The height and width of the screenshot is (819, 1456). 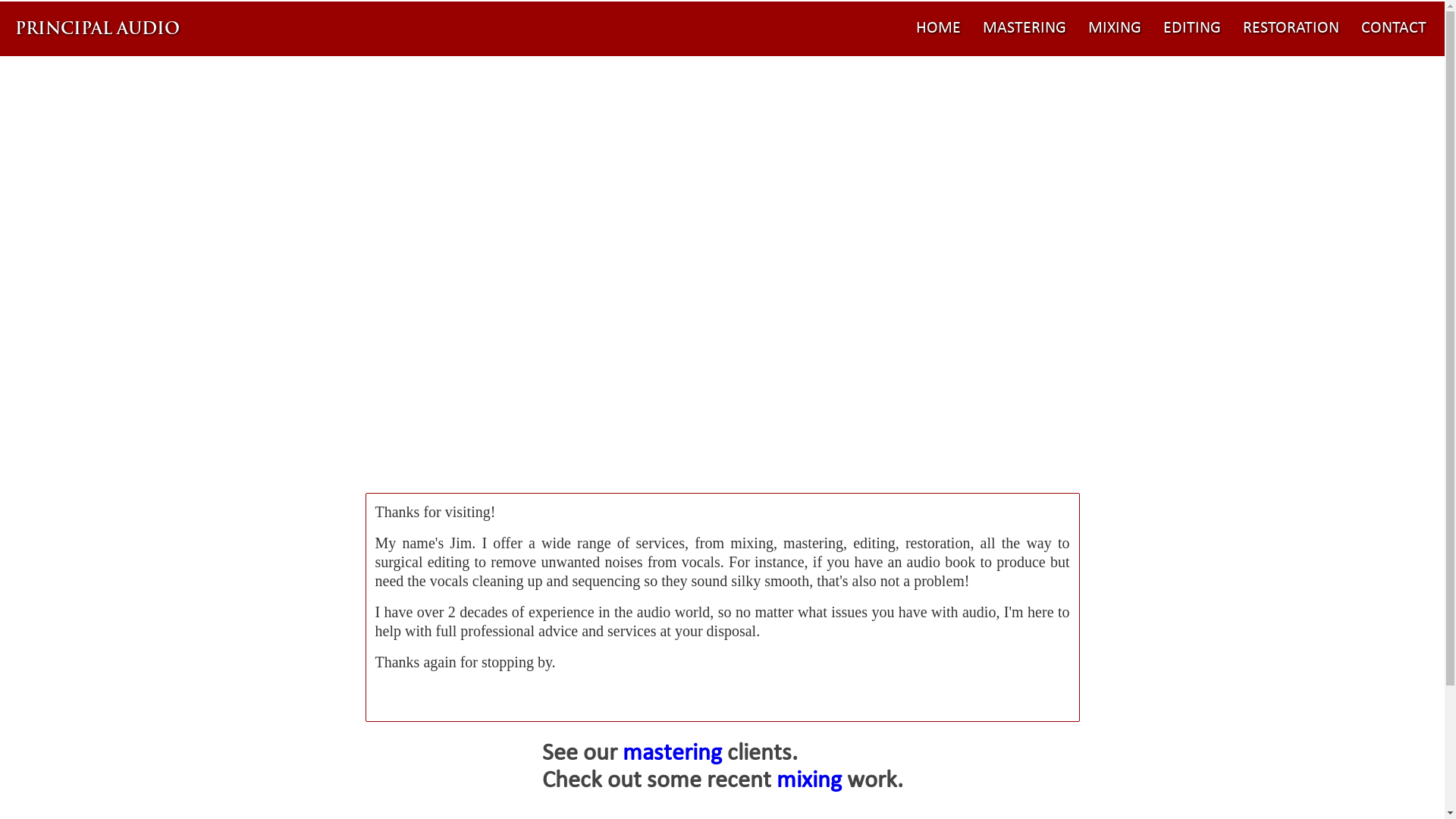 What do you see at coordinates (1290, 28) in the screenshot?
I see `'RESTORATION'` at bounding box center [1290, 28].